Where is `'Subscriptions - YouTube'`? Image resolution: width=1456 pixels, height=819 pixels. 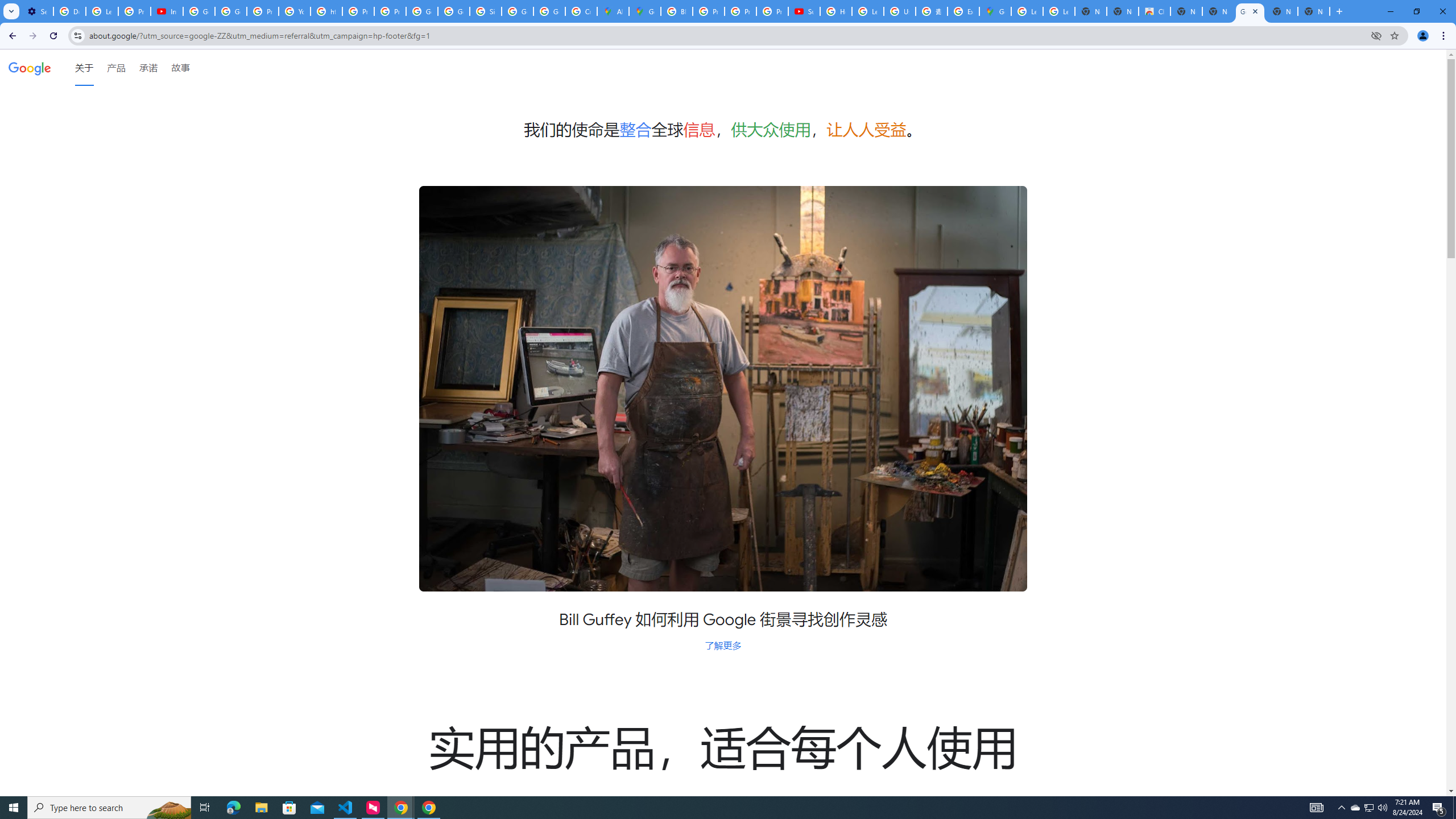 'Subscriptions - YouTube' is located at coordinates (804, 11).